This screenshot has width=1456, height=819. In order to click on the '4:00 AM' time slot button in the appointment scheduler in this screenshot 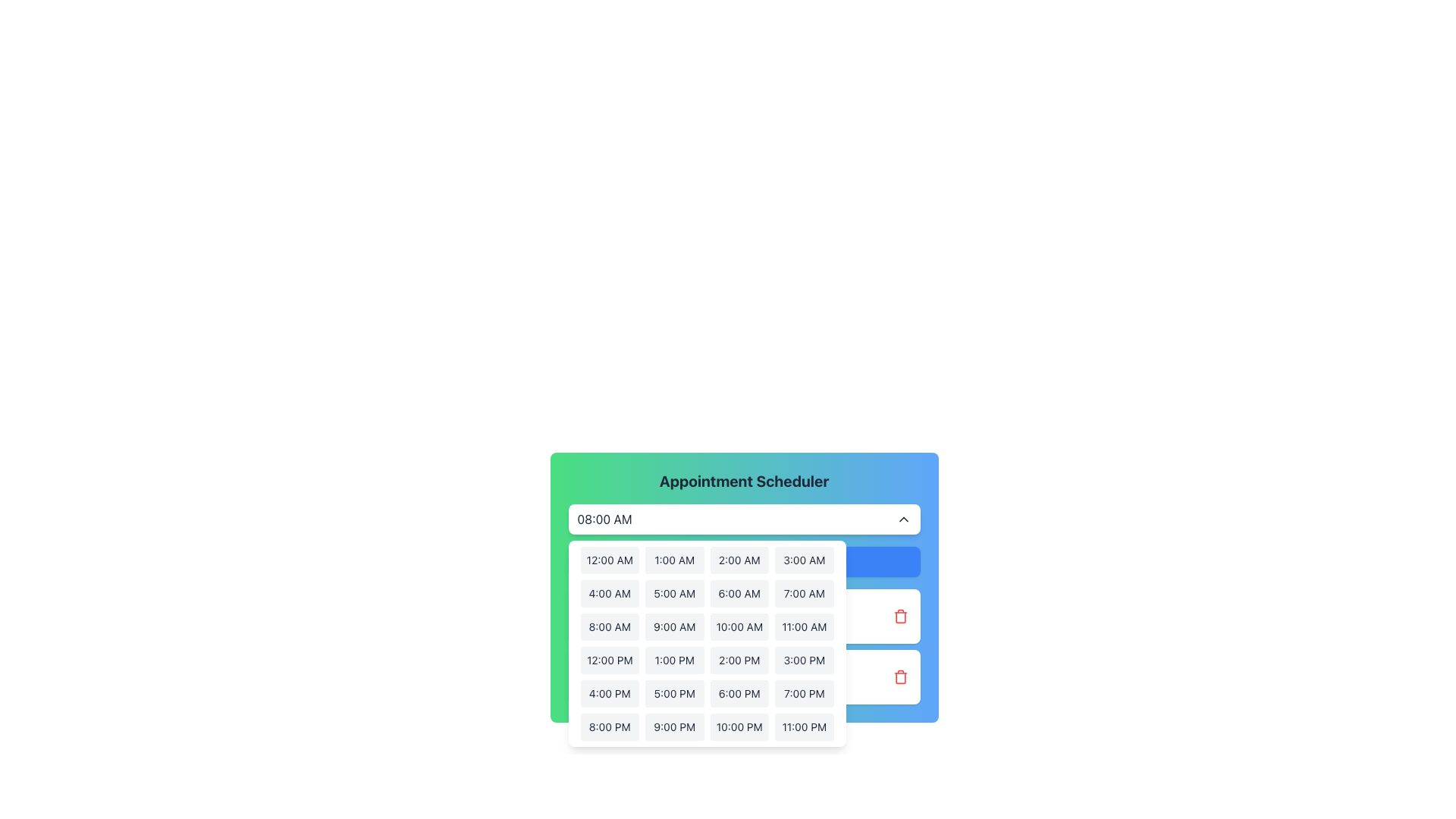, I will do `click(610, 593)`.